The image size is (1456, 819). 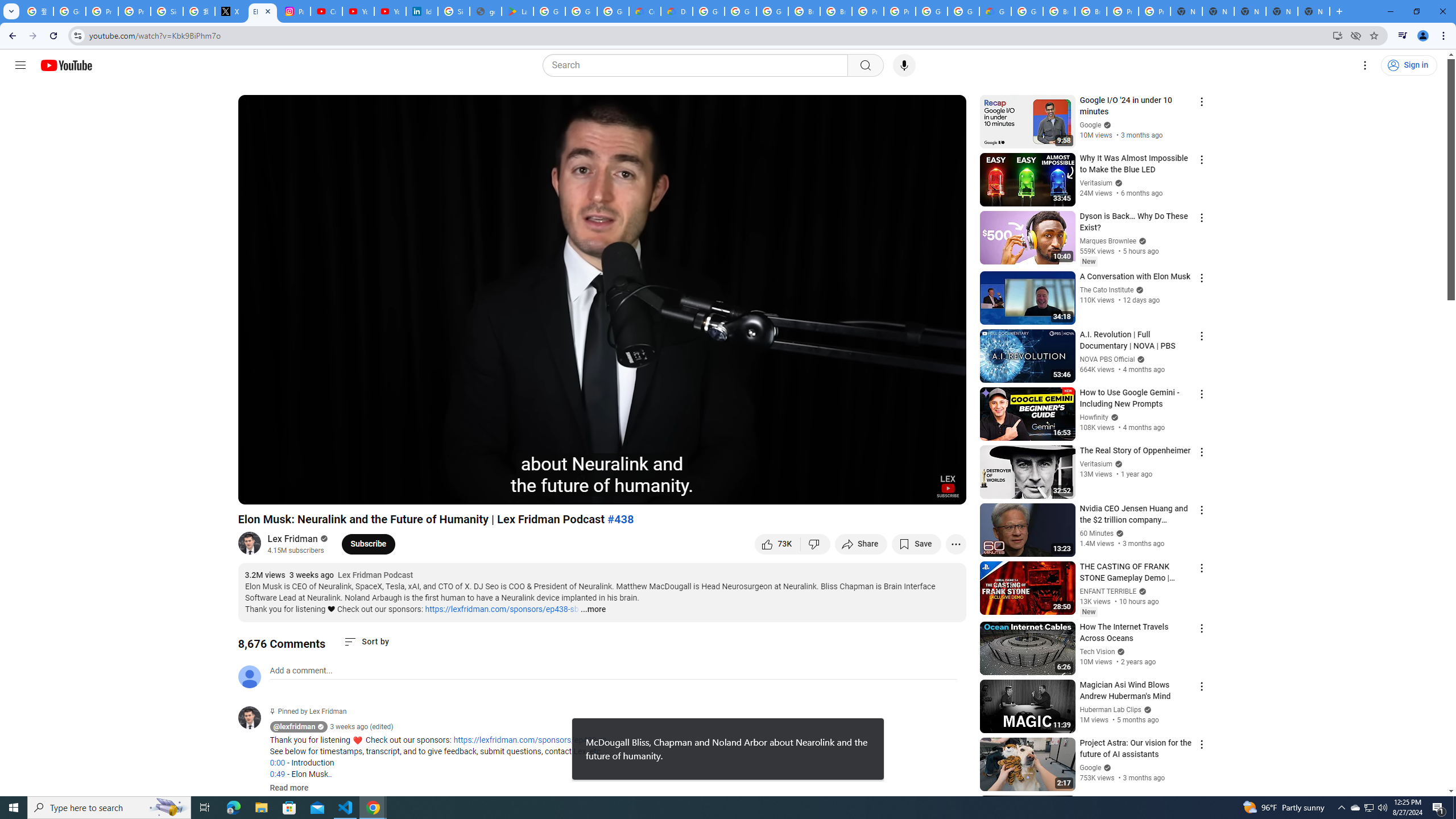 What do you see at coordinates (253, 717) in the screenshot?
I see `'@lexfridman'` at bounding box center [253, 717].